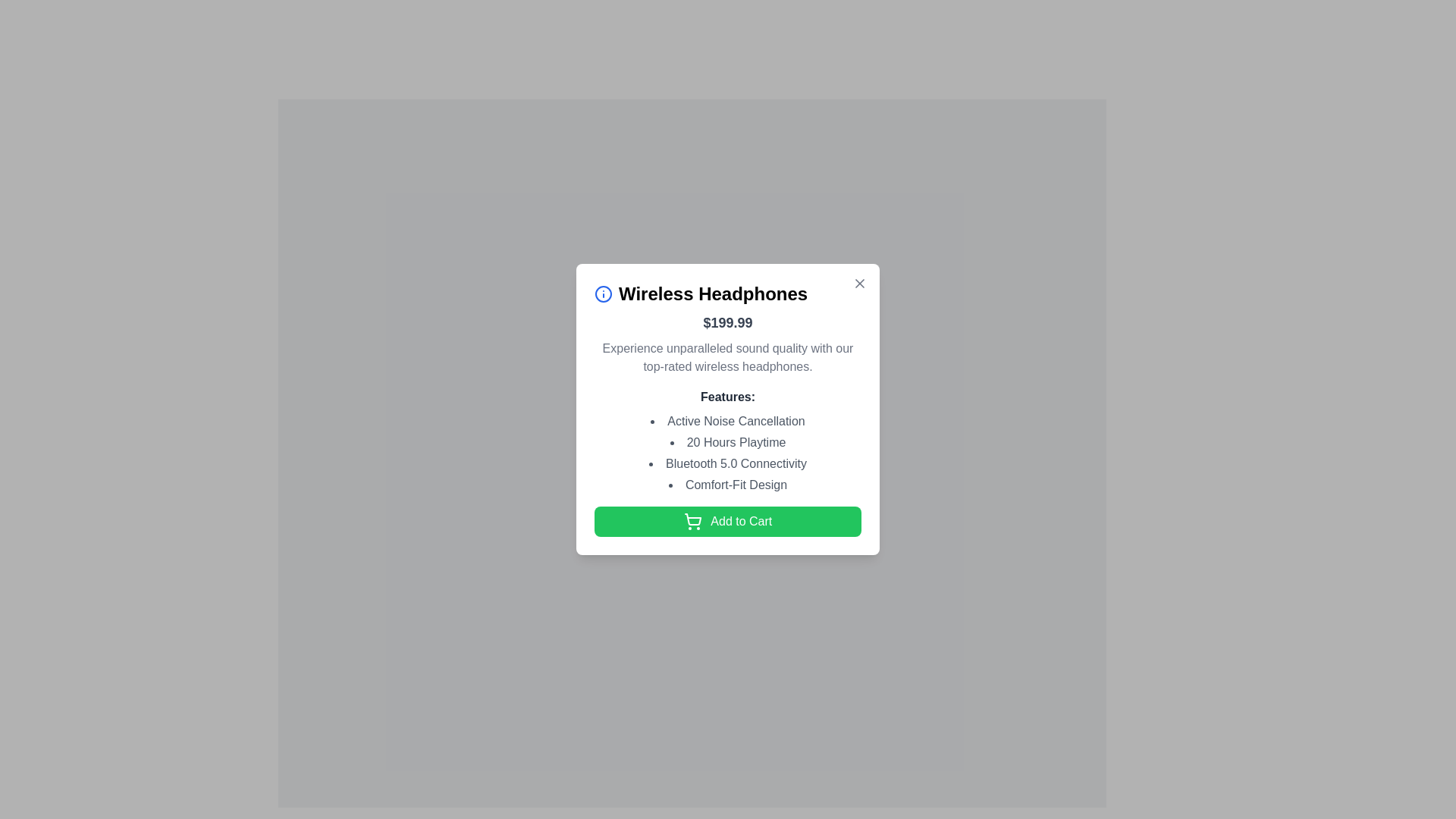  Describe the element at coordinates (692, 521) in the screenshot. I see `the shopping cart icon inside the 'Add to Cart' button located at the bottom of the popup modal` at that location.